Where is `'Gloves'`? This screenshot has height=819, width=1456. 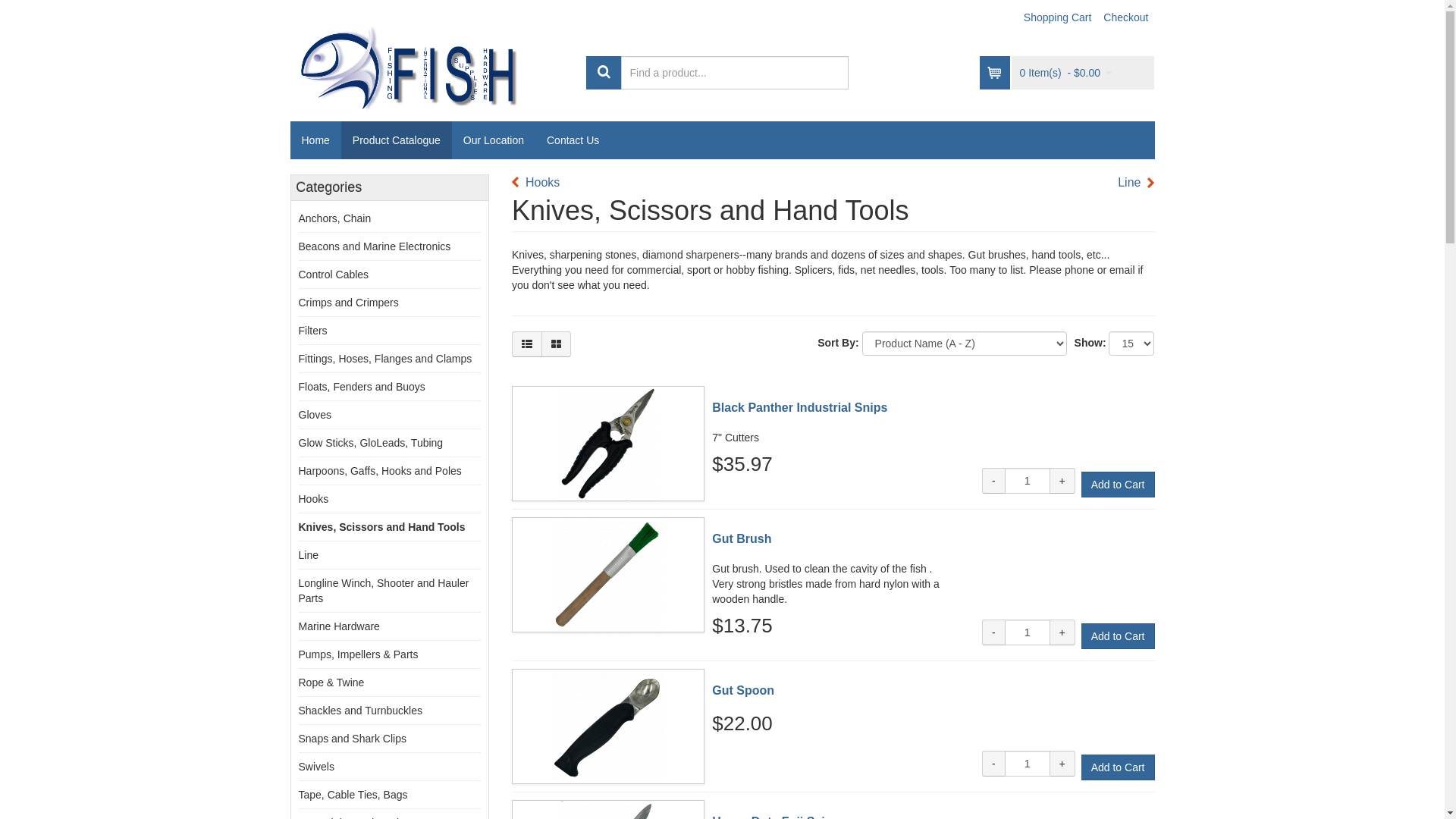 'Gloves' is located at coordinates (298, 415).